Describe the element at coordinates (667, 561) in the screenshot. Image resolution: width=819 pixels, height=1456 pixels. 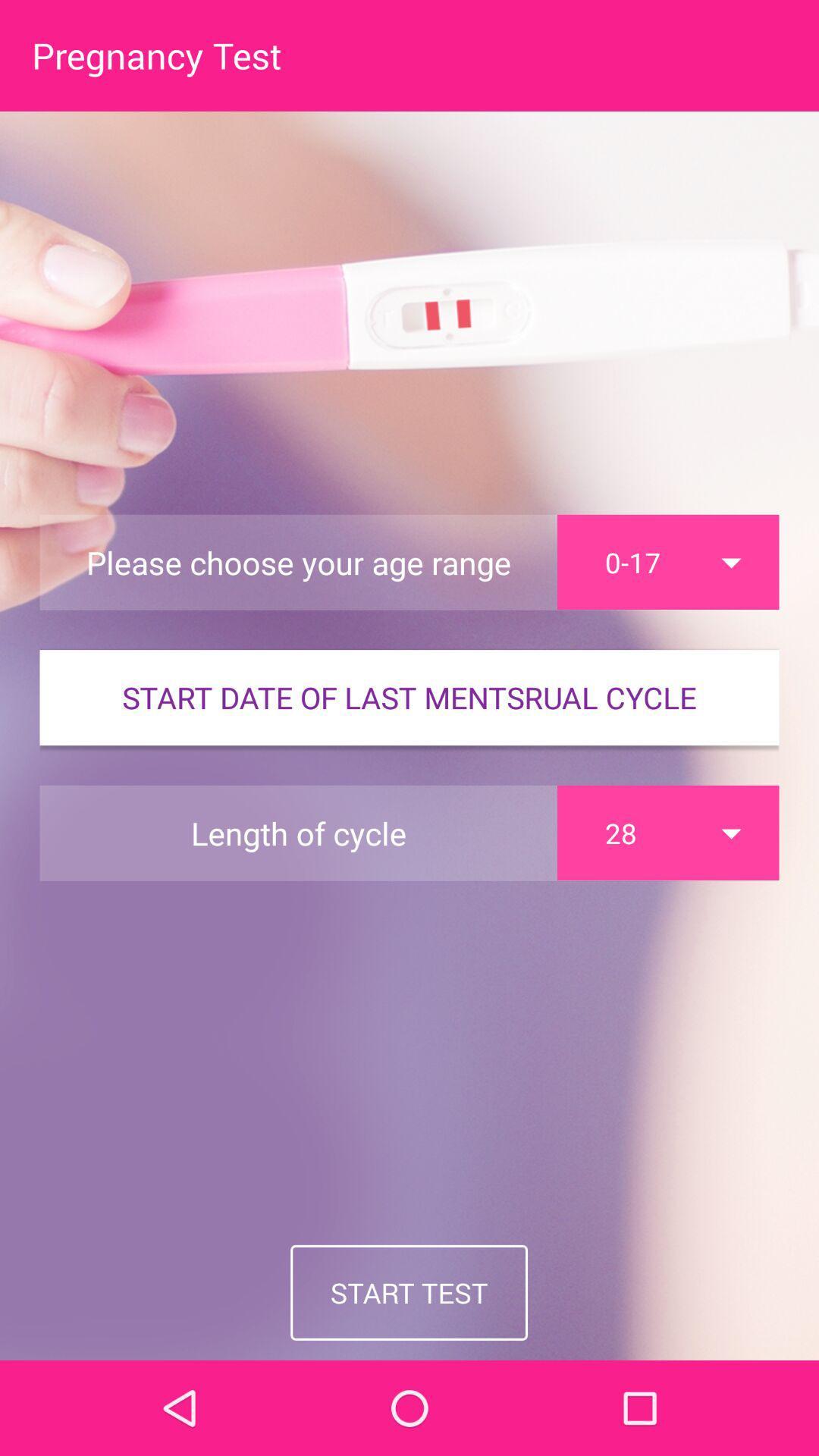
I see `icon above start date of icon` at that location.